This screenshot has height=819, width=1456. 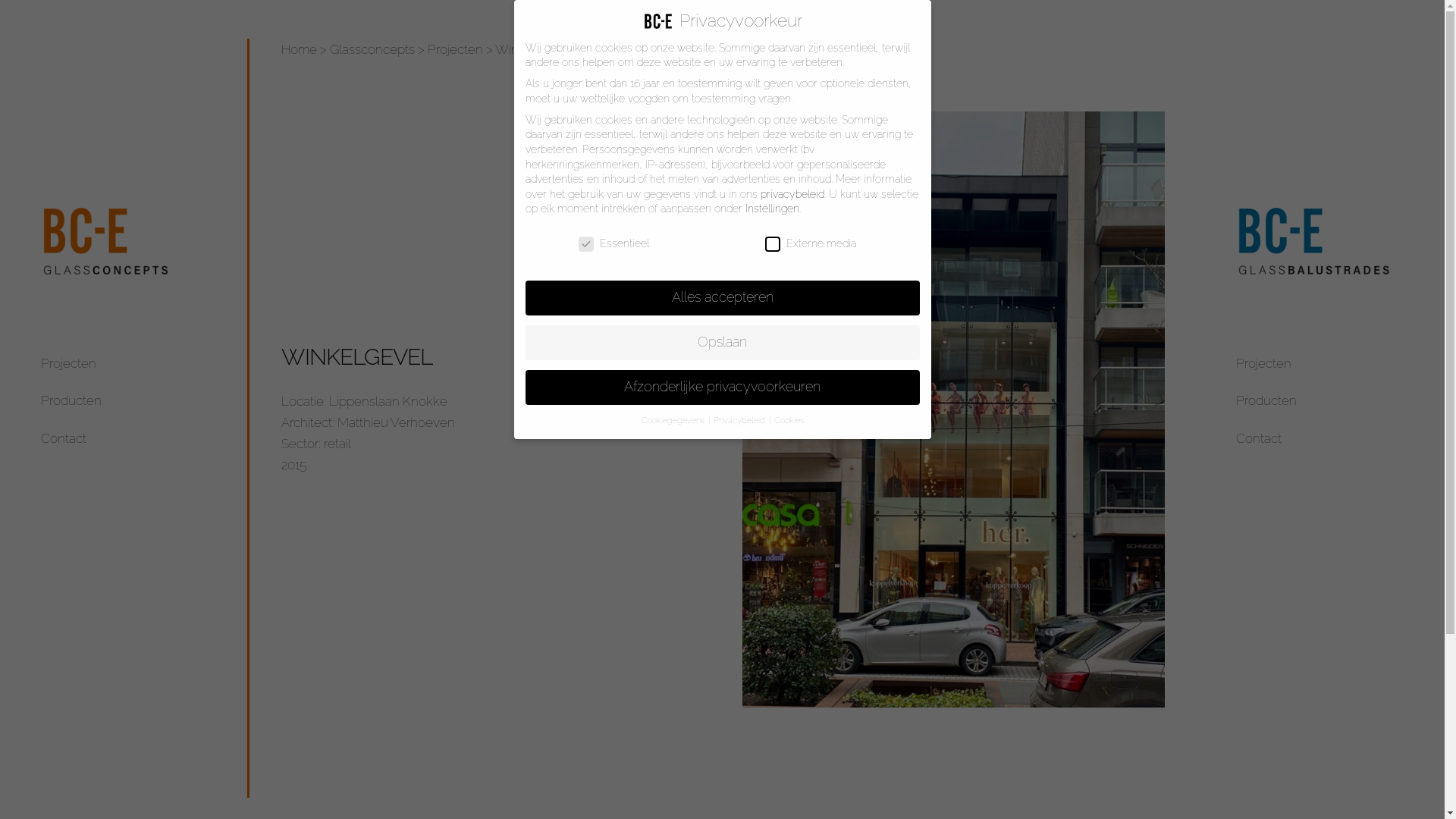 I want to click on 'Contact', so click(x=1259, y=438).